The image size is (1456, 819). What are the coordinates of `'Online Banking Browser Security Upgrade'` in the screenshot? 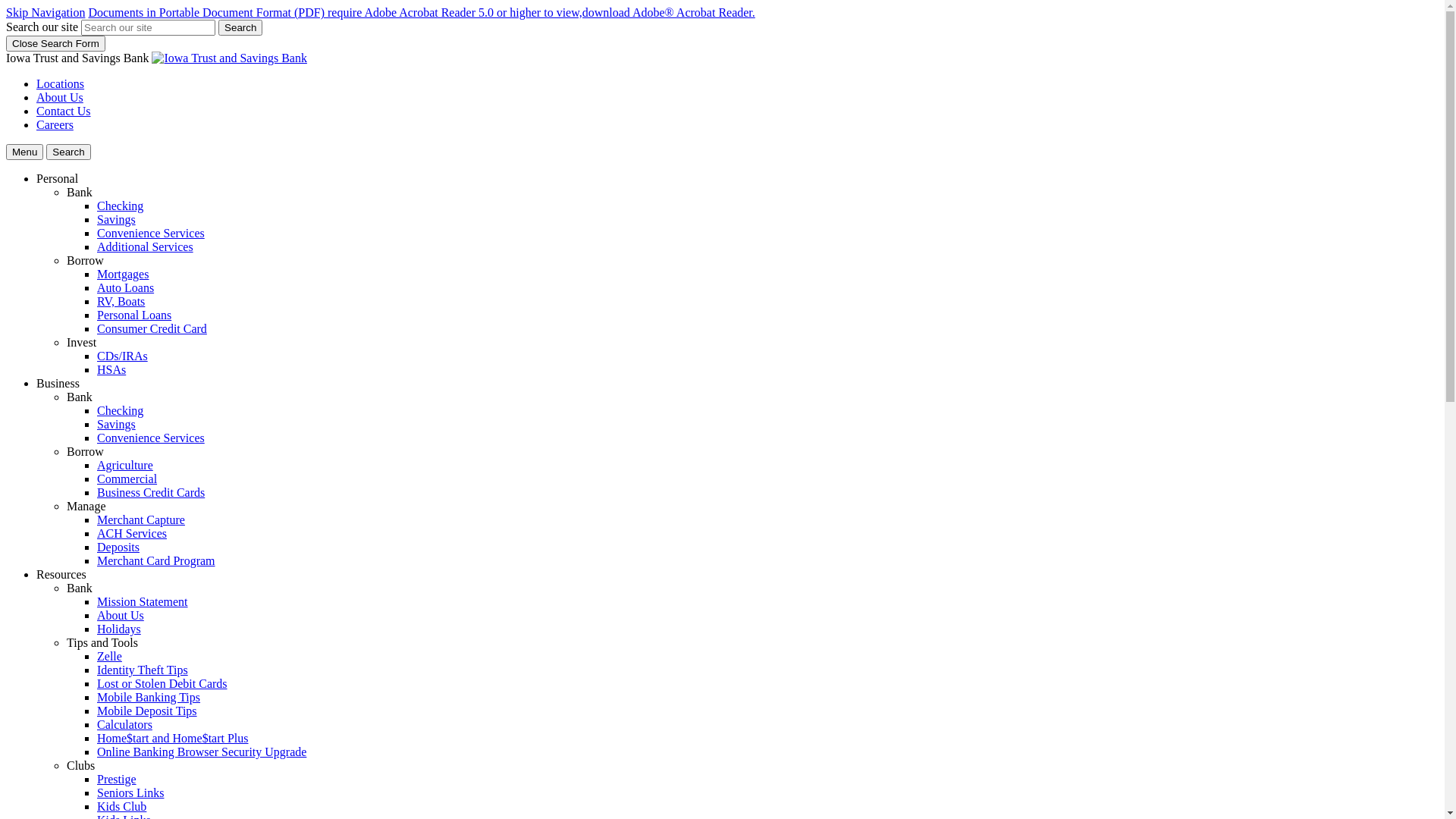 It's located at (200, 752).